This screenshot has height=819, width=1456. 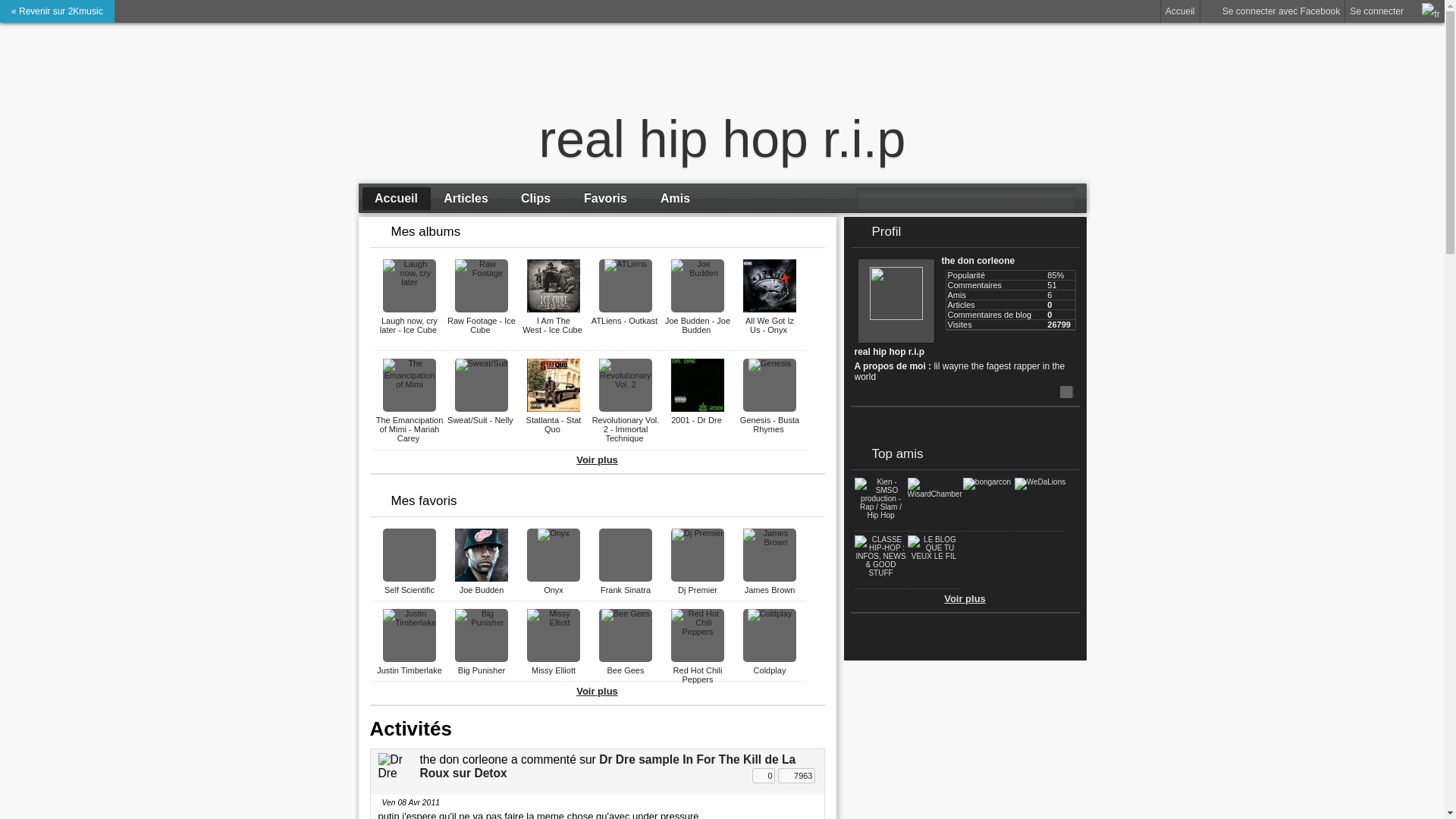 What do you see at coordinates (769, 424) in the screenshot?
I see `'Genesis - Busta Rhymes '` at bounding box center [769, 424].